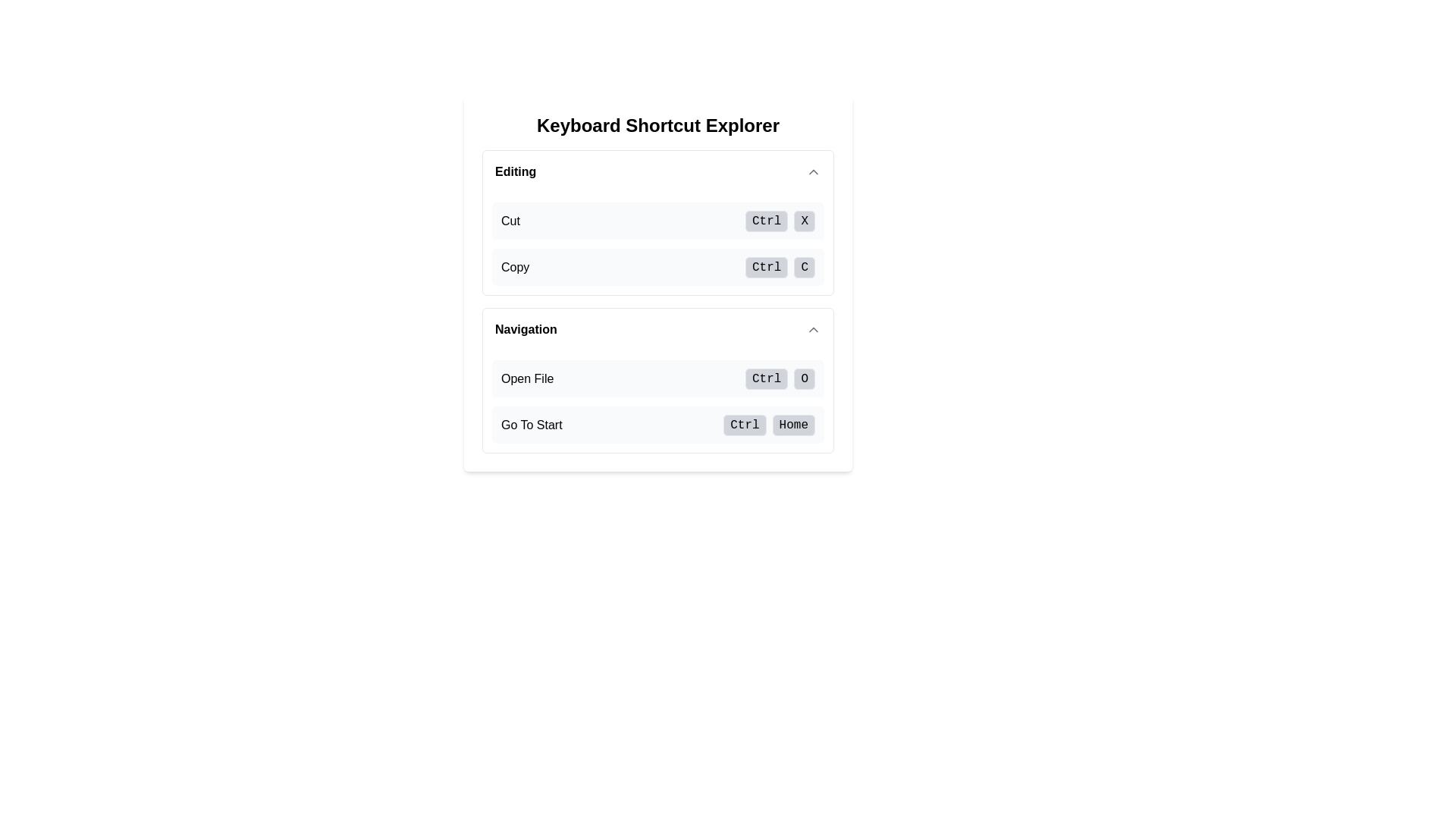 The height and width of the screenshot is (819, 1456). Describe the element at coordinates (792, 425) in the screenshot. I see `the content of the 'Home' key text label styled as a button, which is located to the right of the 'Ctrl' label in the 'Go To Start' row of the 'Navigation' section` at that location.